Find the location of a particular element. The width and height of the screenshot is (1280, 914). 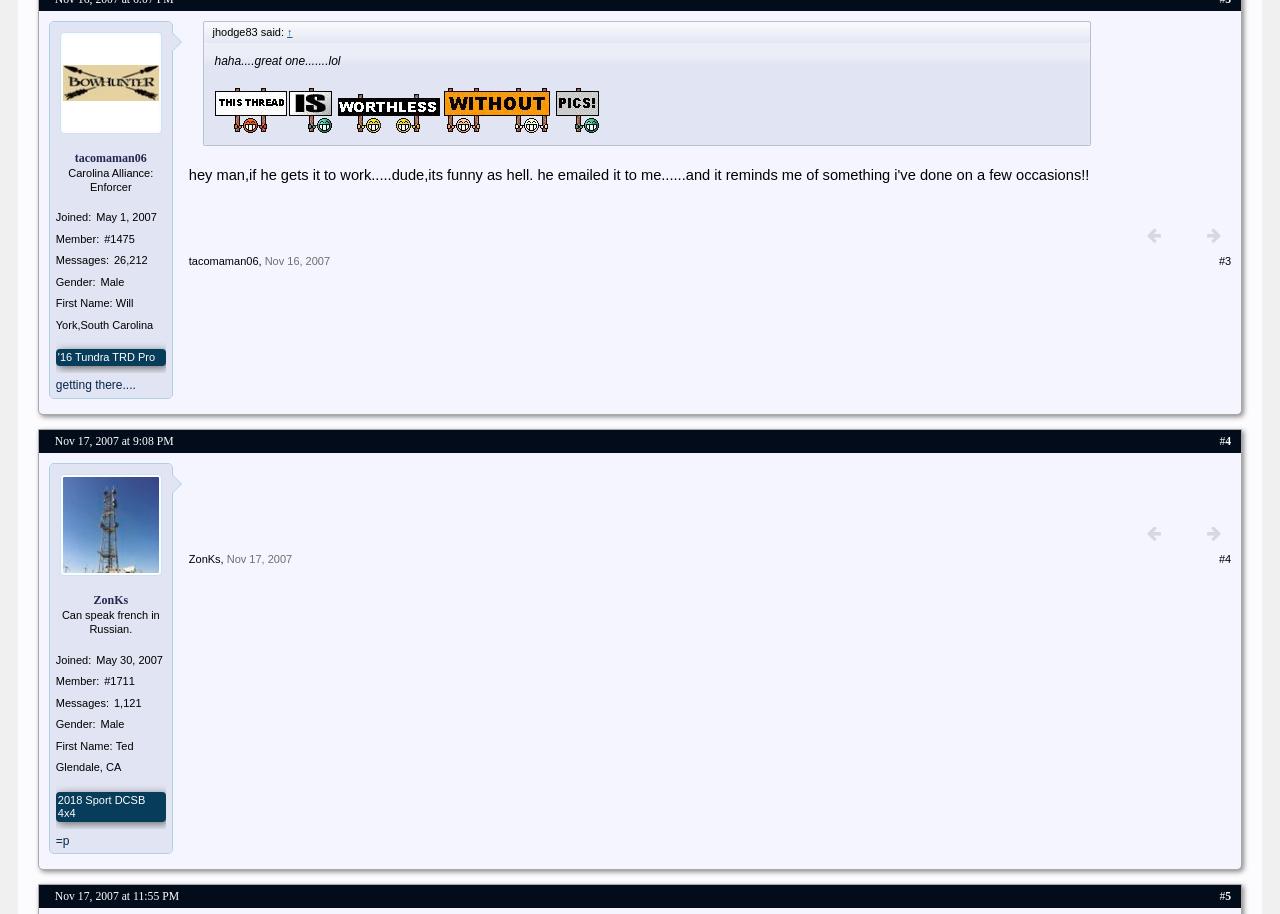

''16 Tundra TRD Pro' is located at coordinates (56, 356).